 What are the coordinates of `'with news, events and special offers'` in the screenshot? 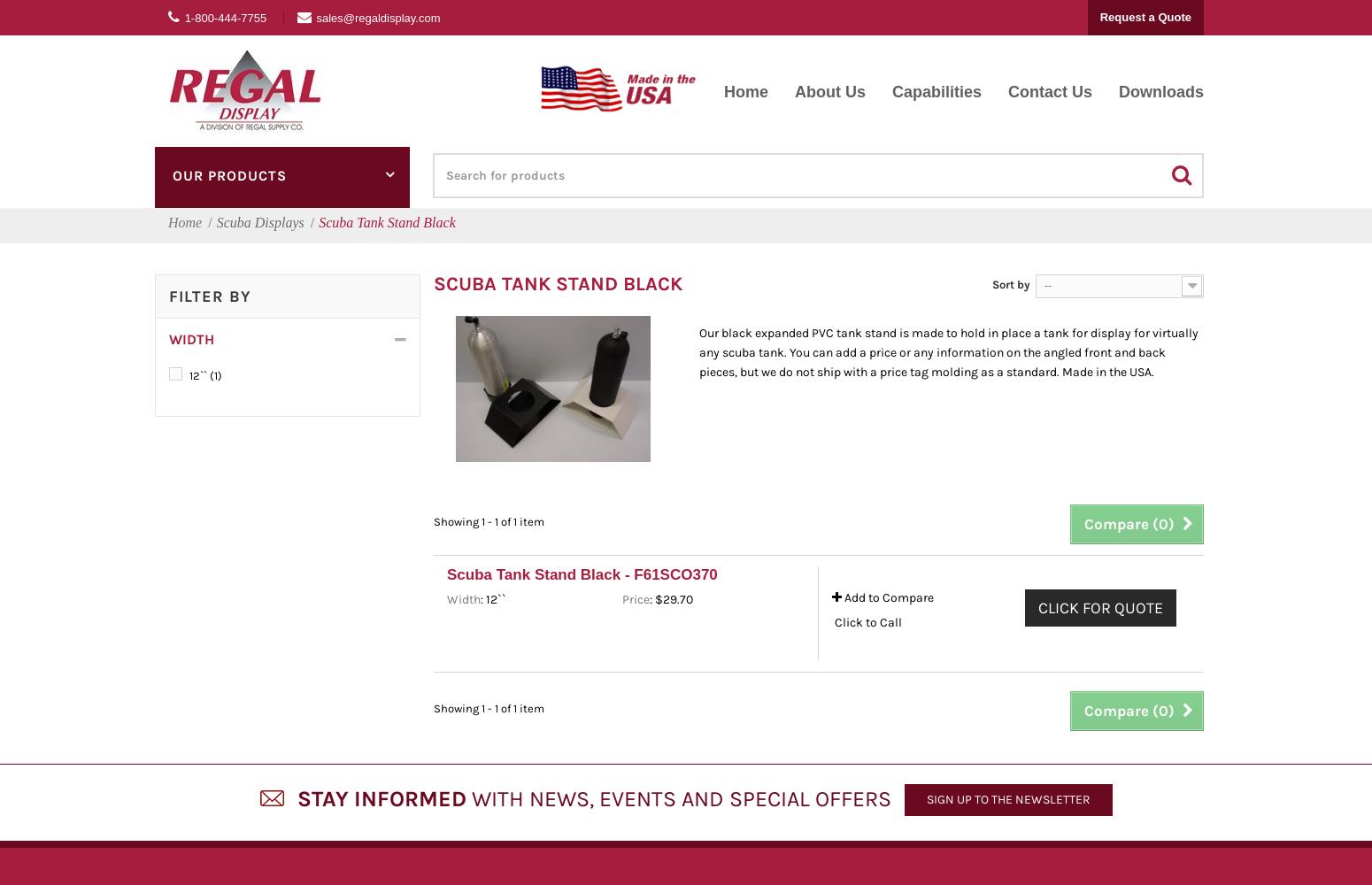 It's located at (678, 798).